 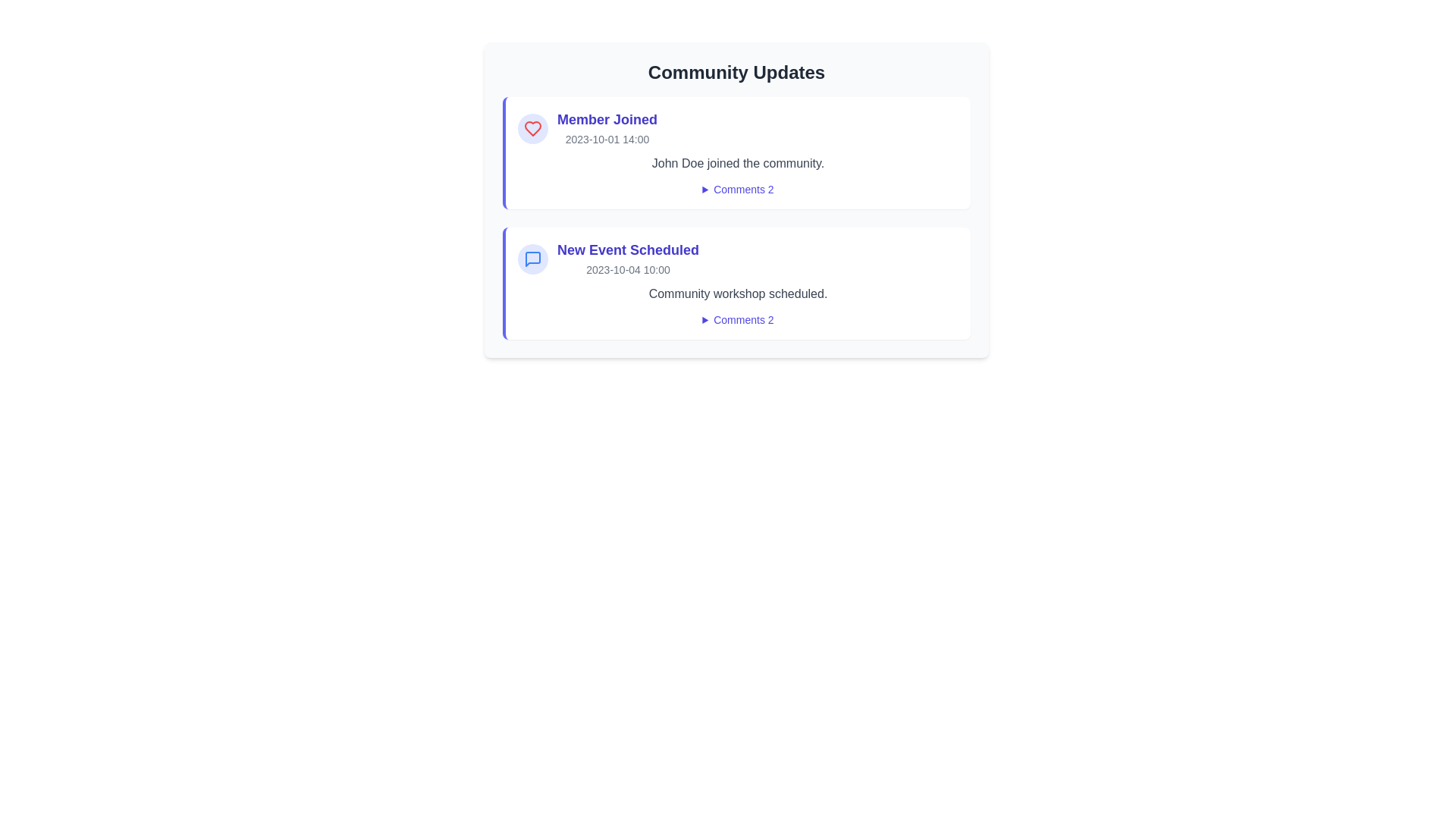 I want to click on the pink heart-shaped icon located at the top-left corner of the 'Member Joined' notification item, which is framed in a circular red icon, so click(x=532, y=127).